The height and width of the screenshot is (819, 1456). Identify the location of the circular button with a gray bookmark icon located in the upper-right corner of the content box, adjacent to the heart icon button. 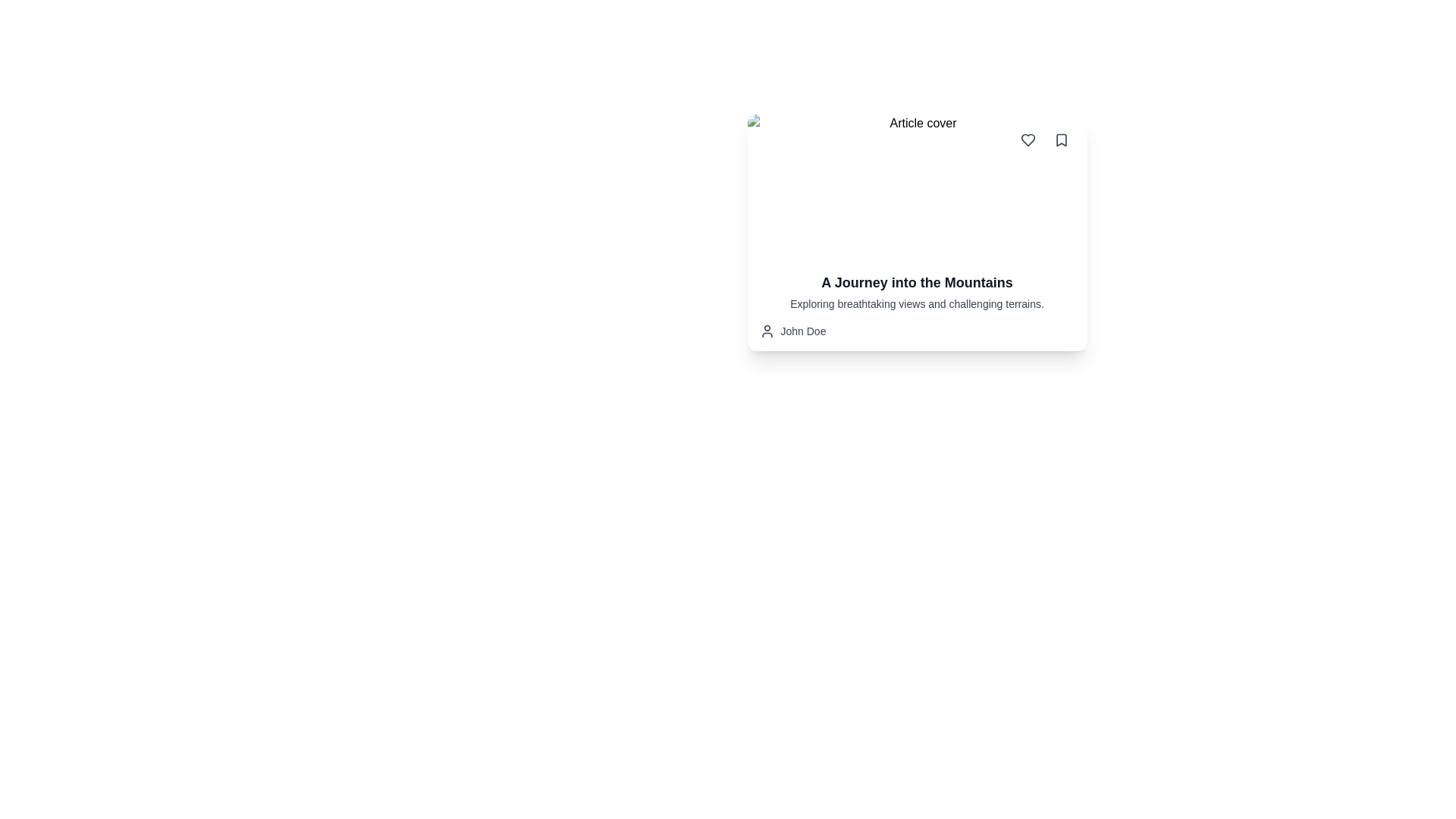
(1060, 140).